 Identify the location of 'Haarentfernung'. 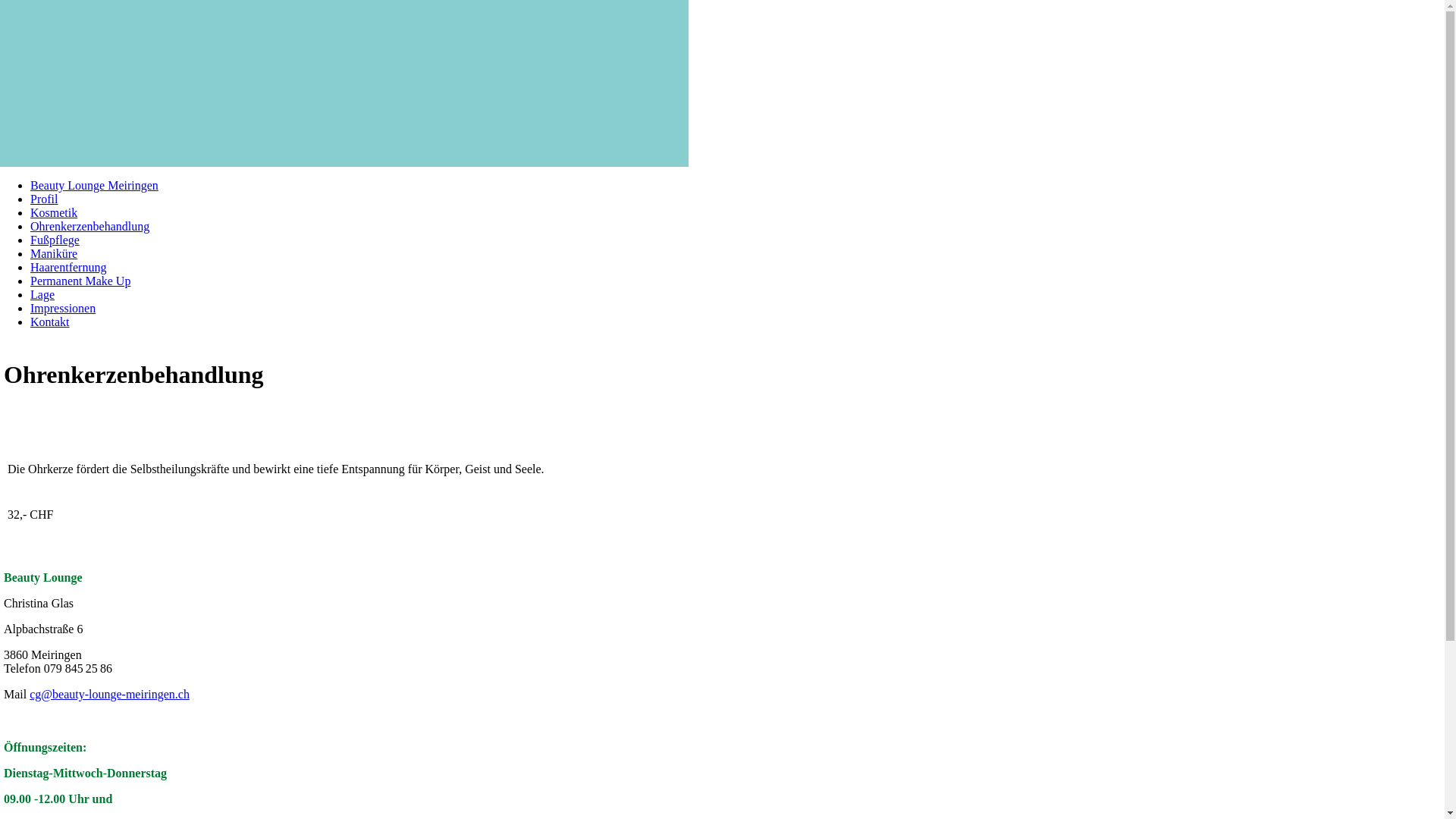
(67, 266).